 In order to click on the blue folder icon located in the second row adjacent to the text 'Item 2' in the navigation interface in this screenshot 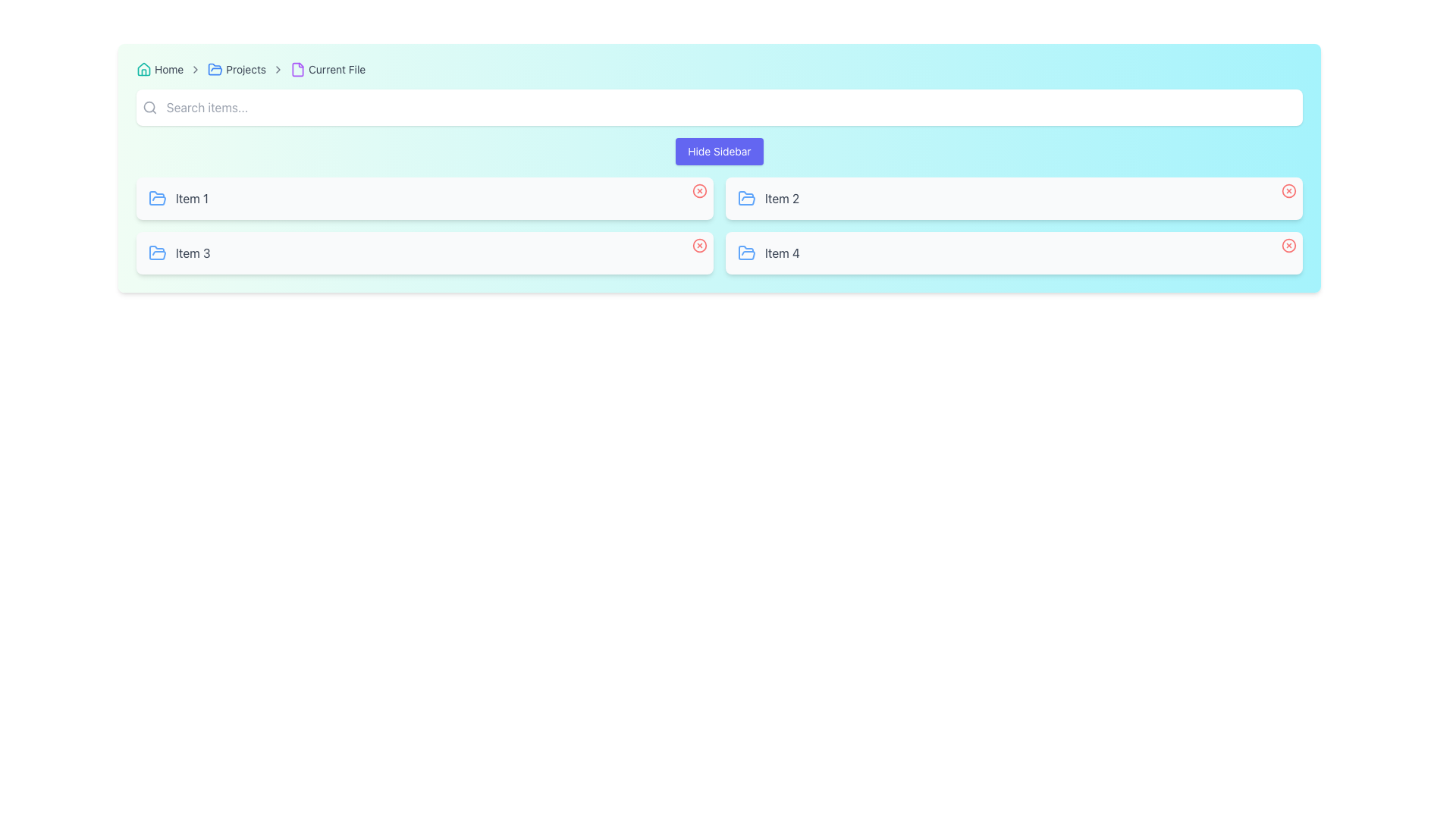, I will do `click(746, 197)`.